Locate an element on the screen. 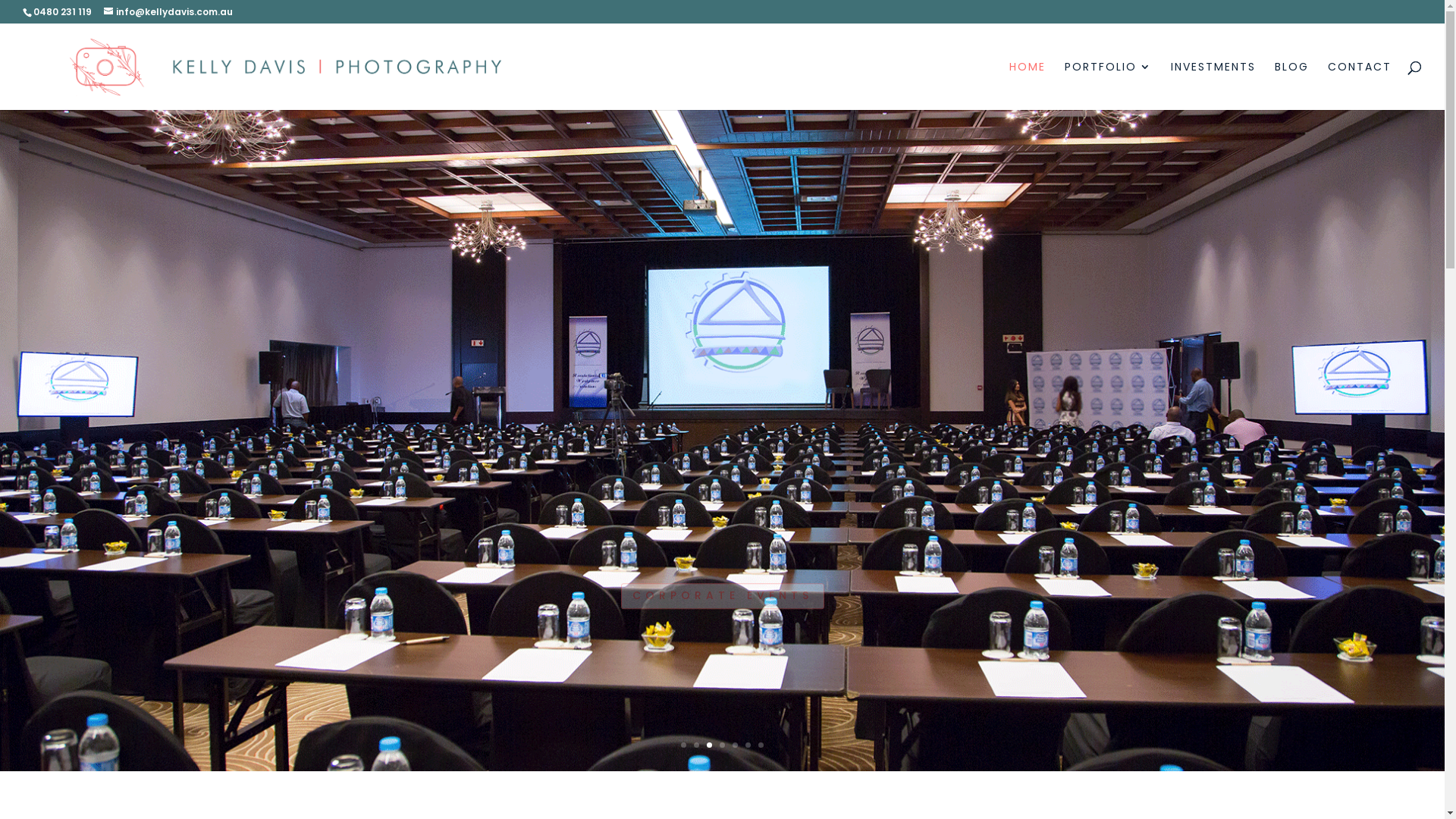  'PORTFOLIO' is located at coordinates (1108, 85).